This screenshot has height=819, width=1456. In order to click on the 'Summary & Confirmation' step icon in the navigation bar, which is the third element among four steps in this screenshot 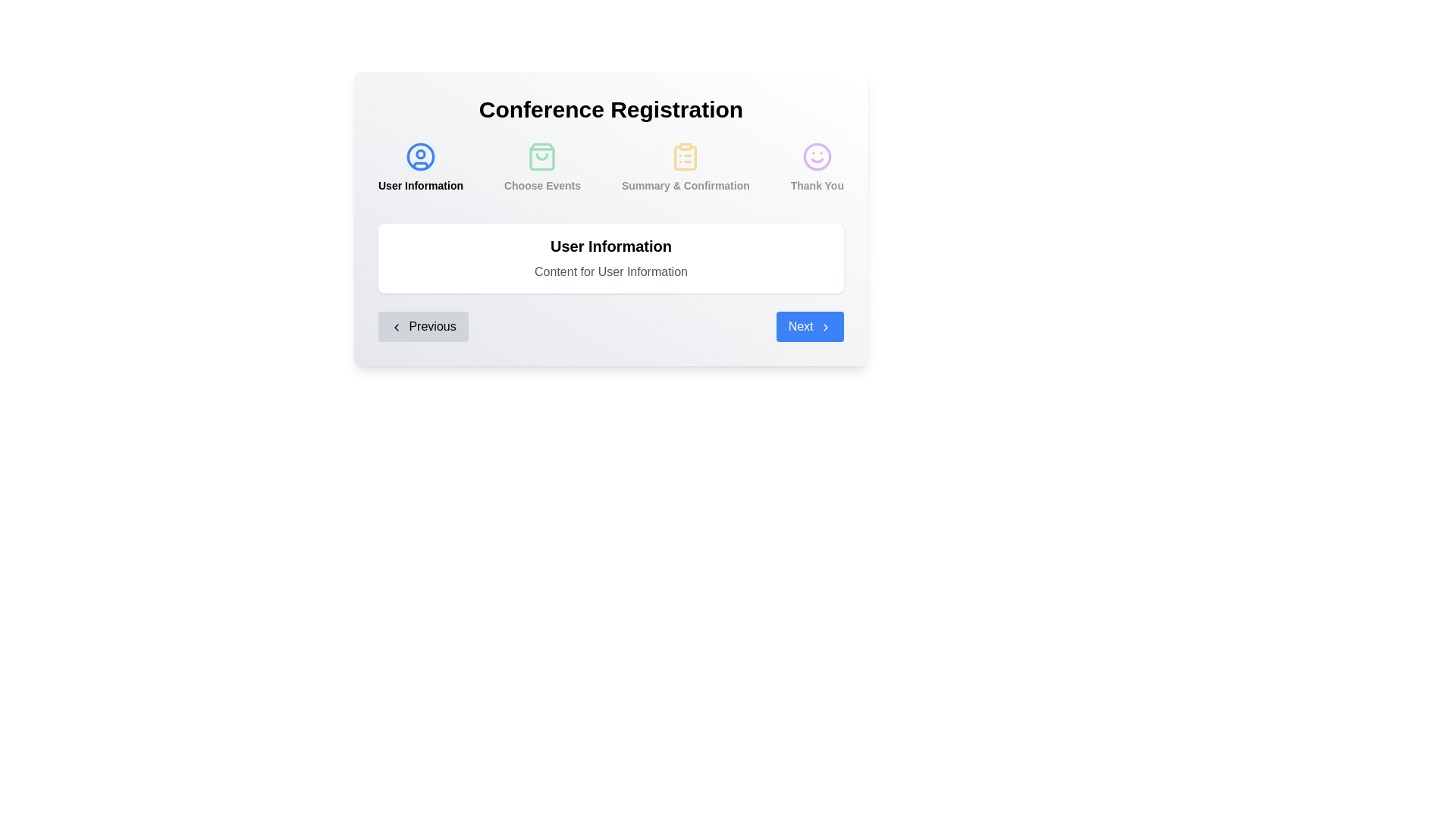, I will do `click(685, 158)`.